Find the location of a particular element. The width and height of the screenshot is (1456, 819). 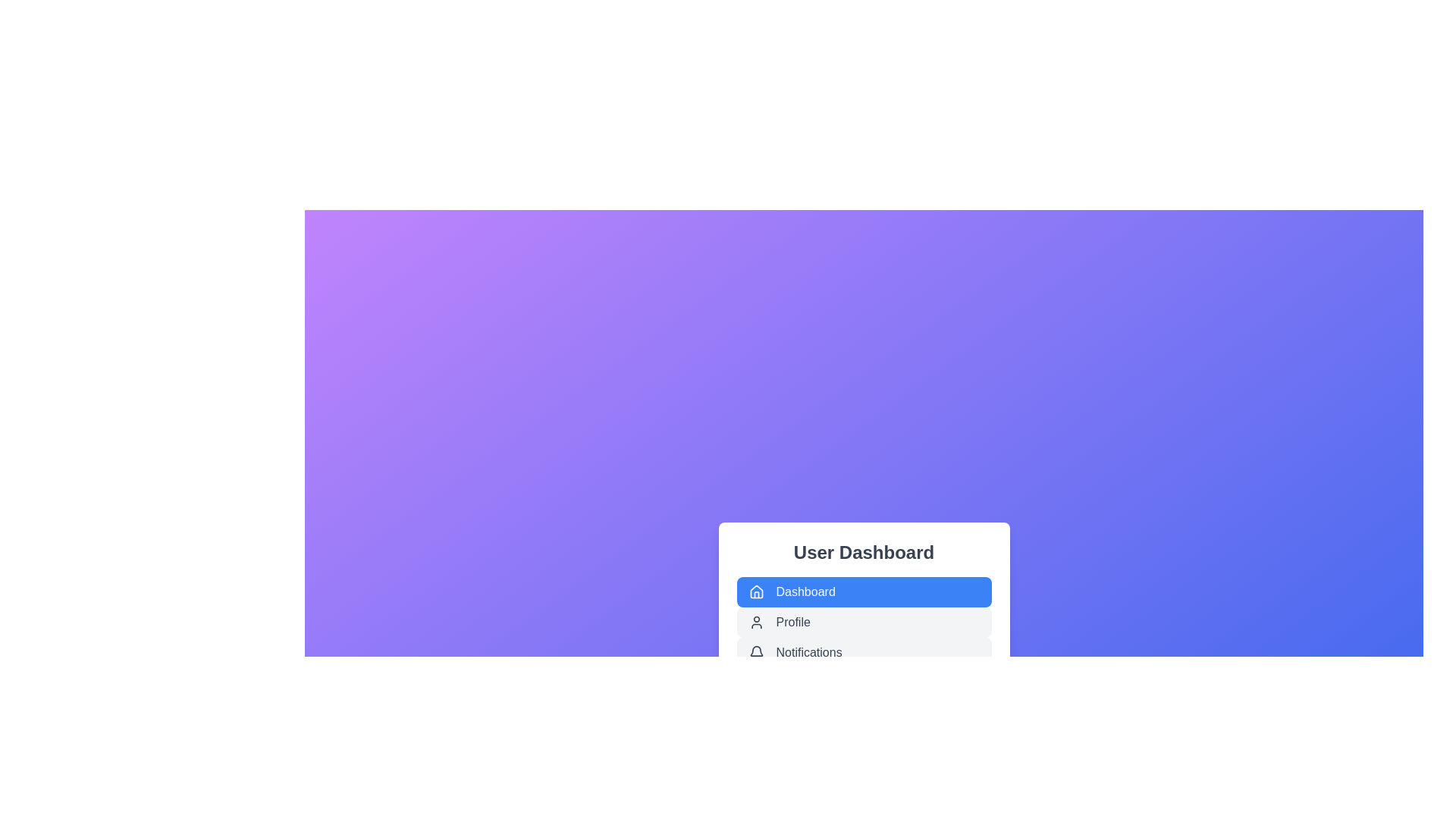

the 'Profile' menu item icon, which visually indicates the function of the menu item located to the left of the label text 'Profile' is located at coordinates (756, 623).